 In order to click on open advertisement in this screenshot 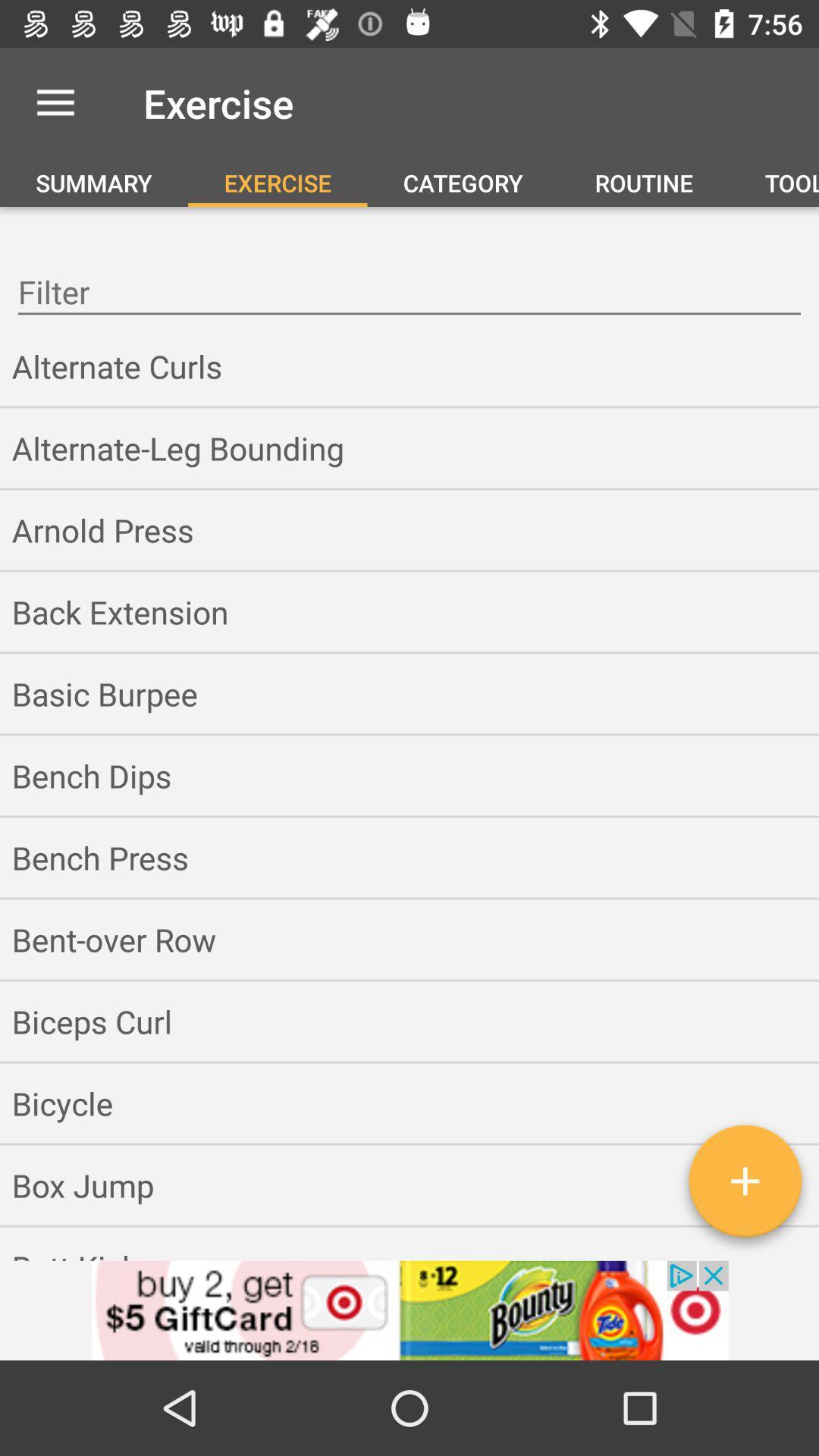, I will do `click(409, 1310)`.